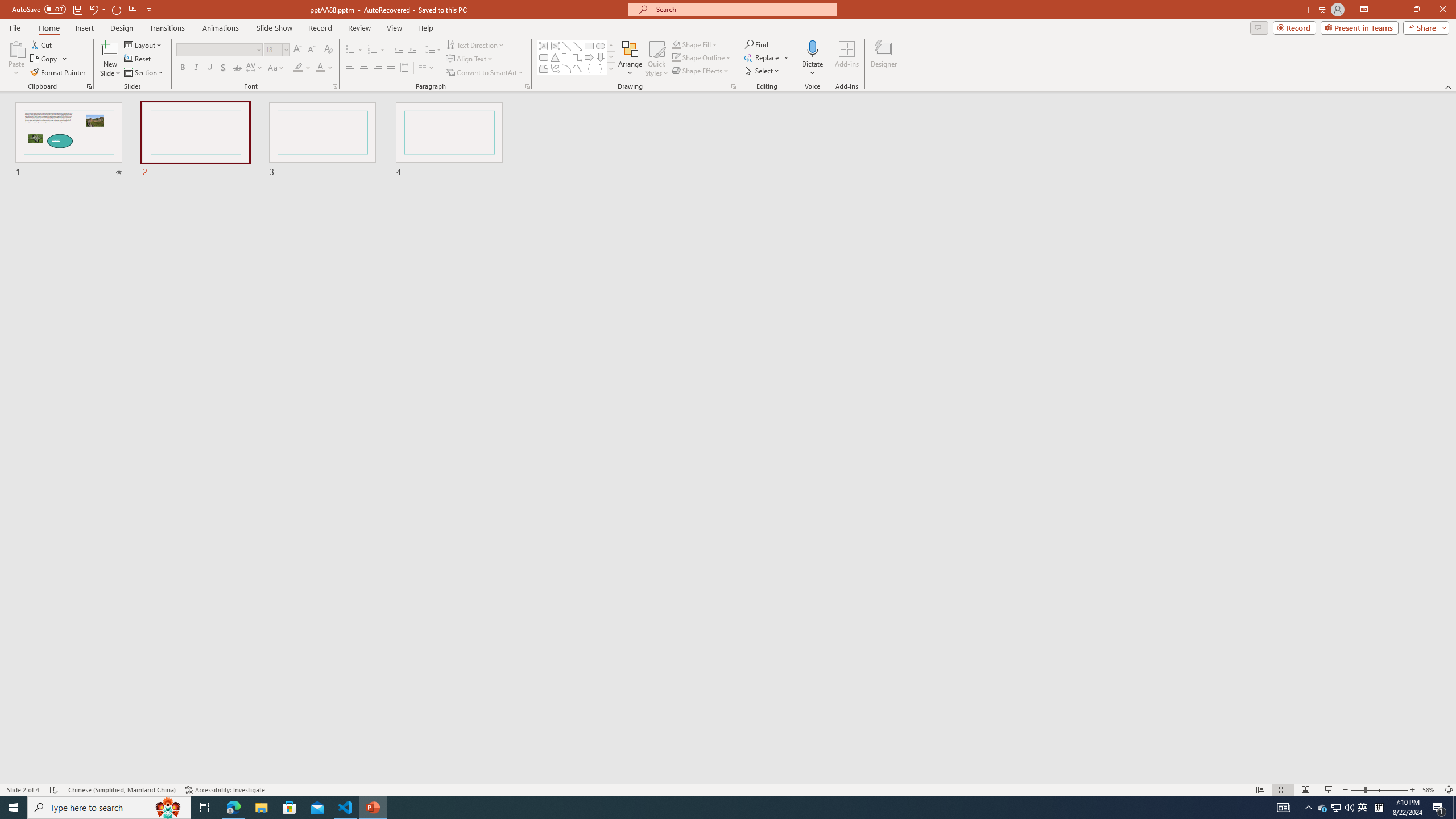  Describe the element at coordinates (700, 69) in the screenshot. I see `'Shape Effects'` at that location.